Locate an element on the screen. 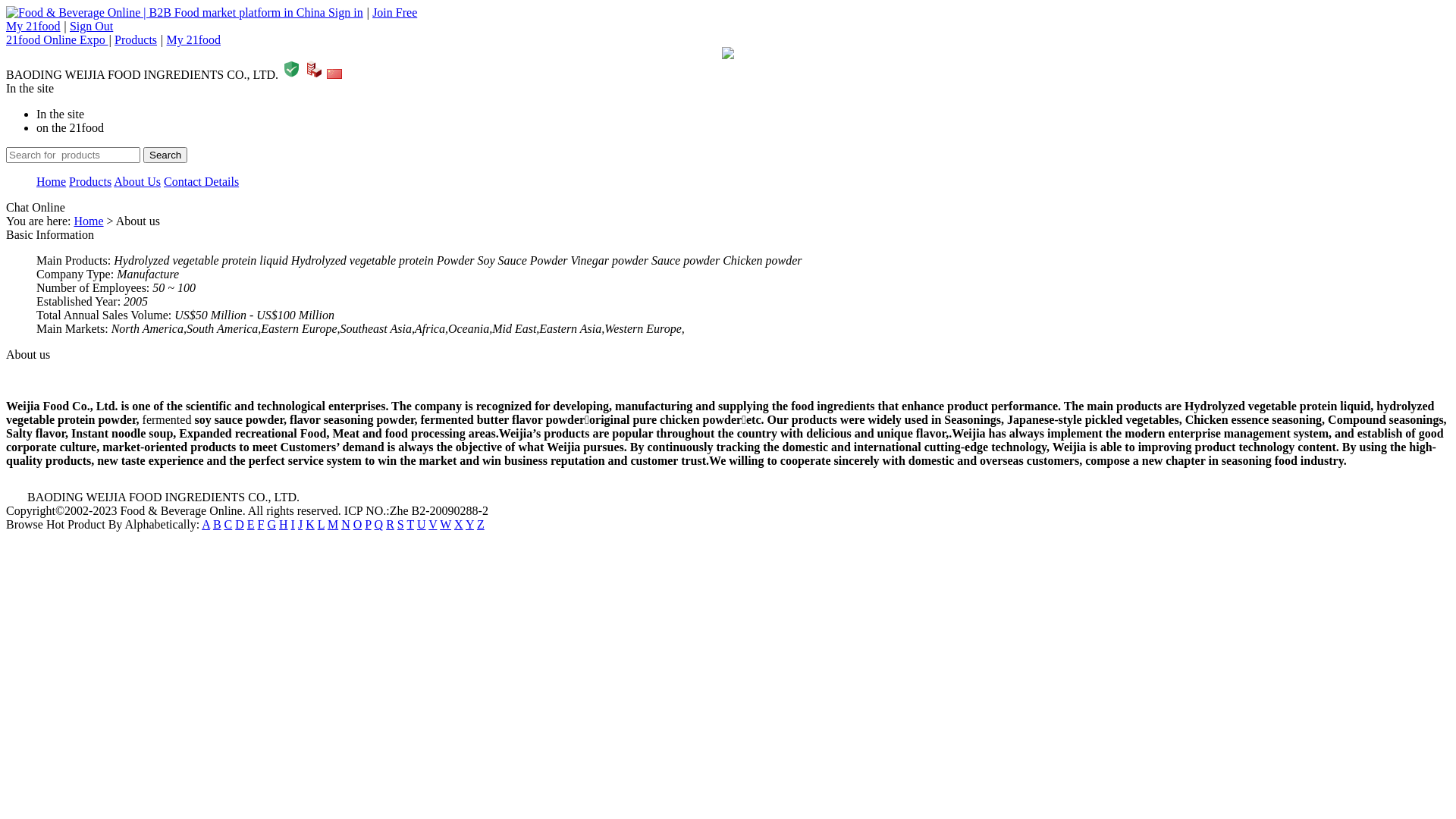  'K' is located at coordinates (309, 523).